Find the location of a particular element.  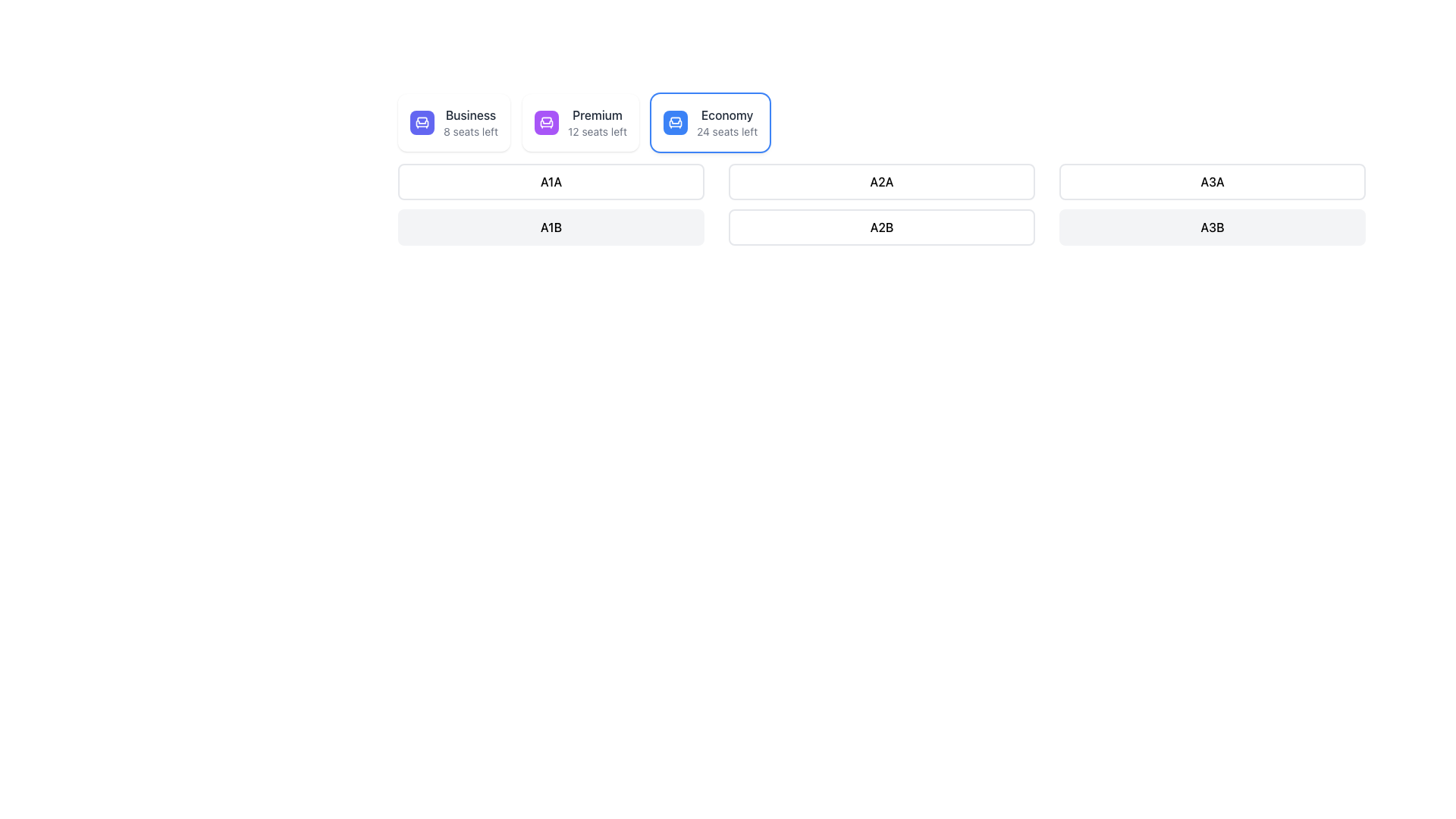

the armchair icon with white strokes inside a rounded indigo background is located at coordinates (422, 122).